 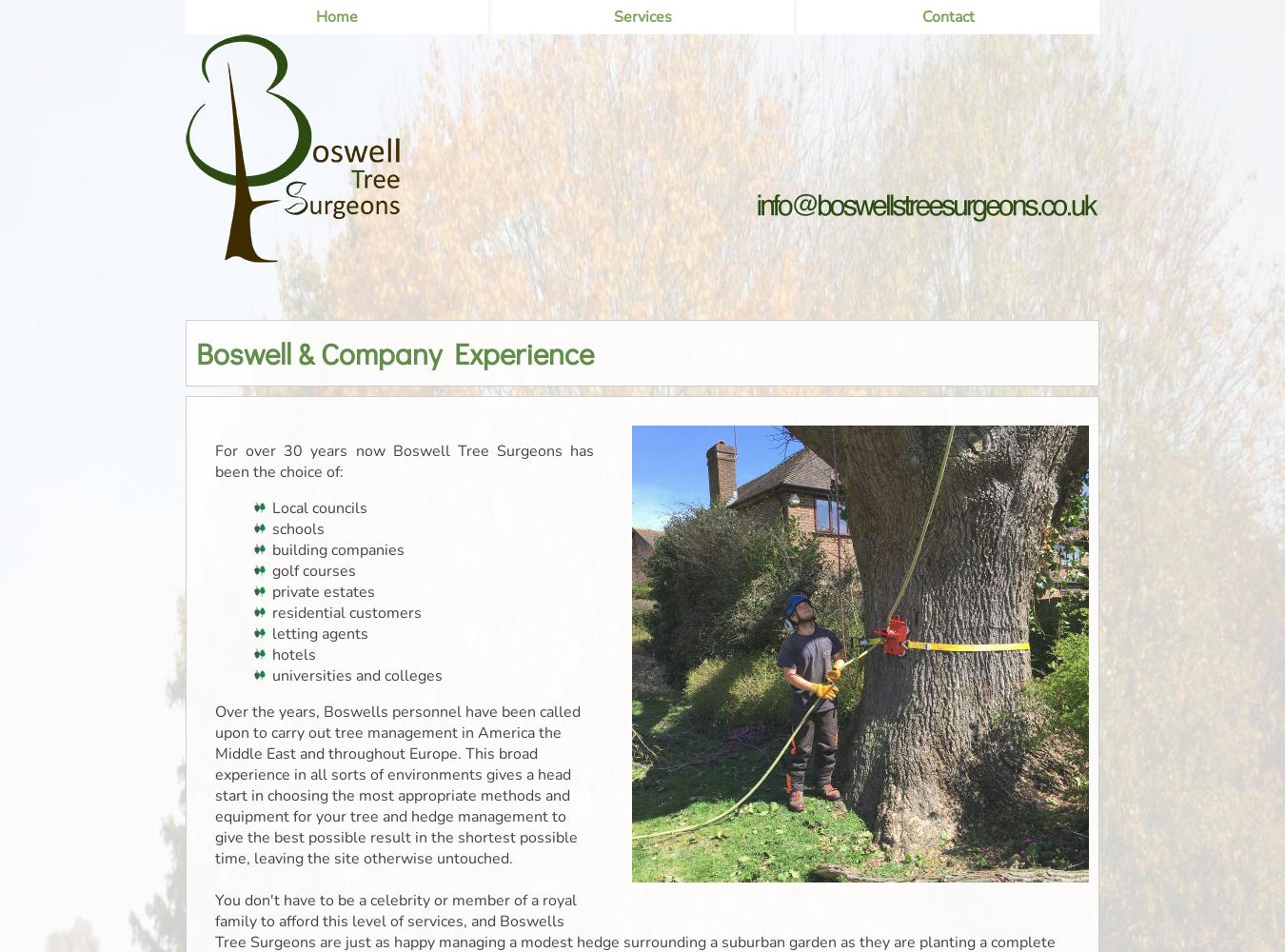 What do you see at coordinates (271, 634) in the screenshot?
I see `'letting agents'` at bounding box center [271, 634].